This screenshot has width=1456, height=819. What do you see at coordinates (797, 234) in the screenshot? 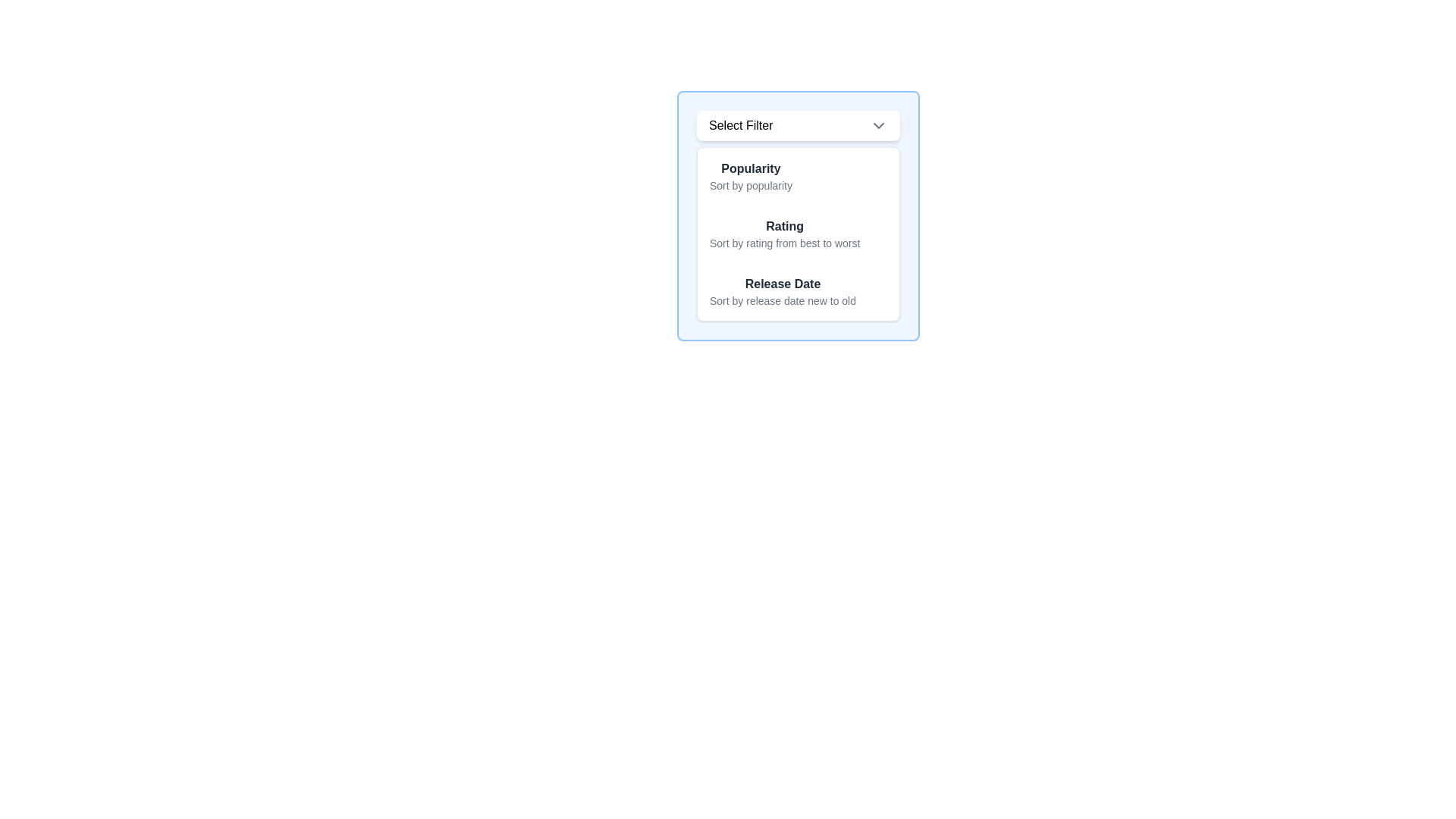
I see `the 'Rating' option in the dropdown menu` at bounding box center [797, 234].